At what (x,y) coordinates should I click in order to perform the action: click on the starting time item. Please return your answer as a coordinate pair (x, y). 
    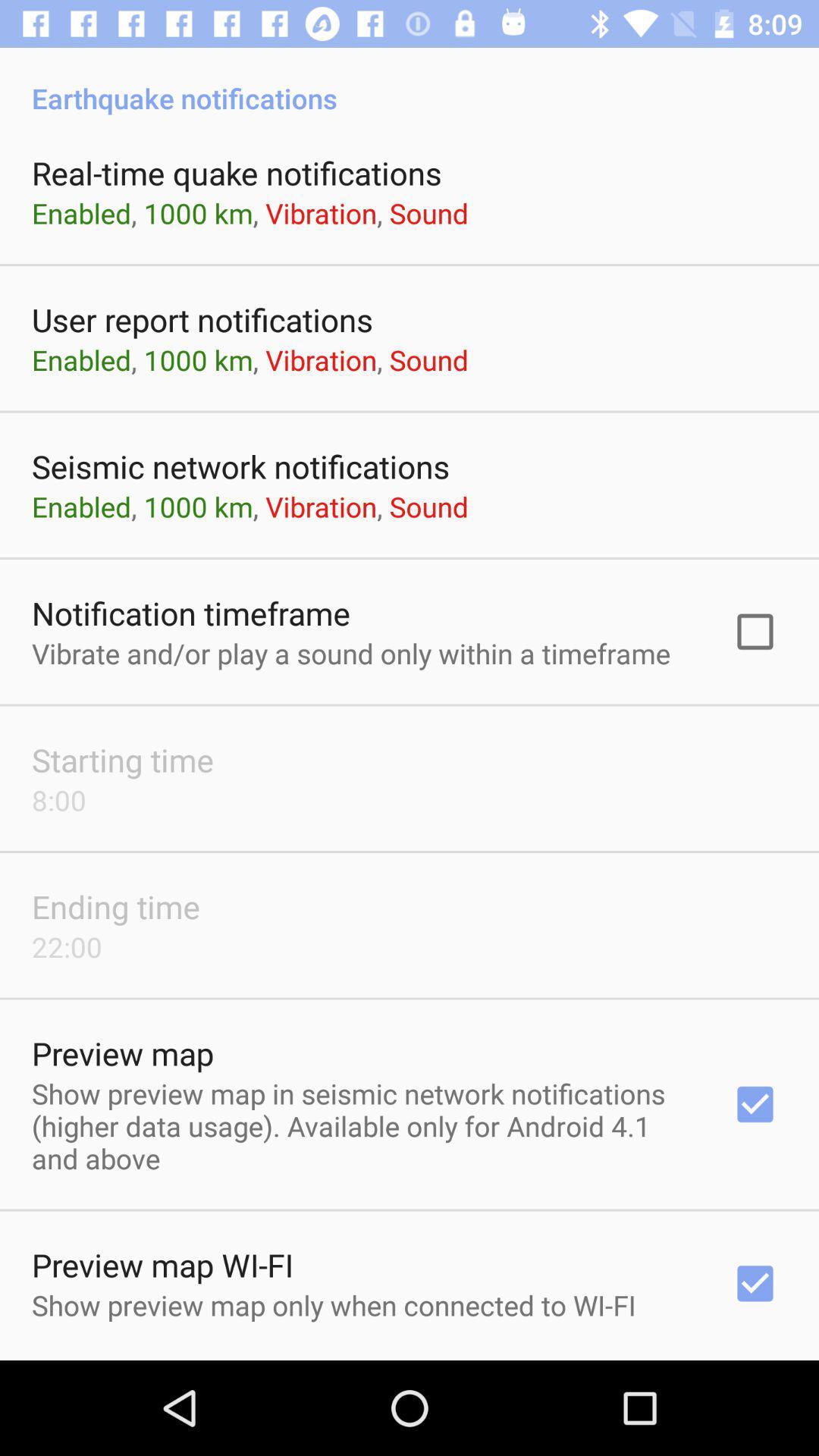
    Looking at the image, I should click on (122, 760).